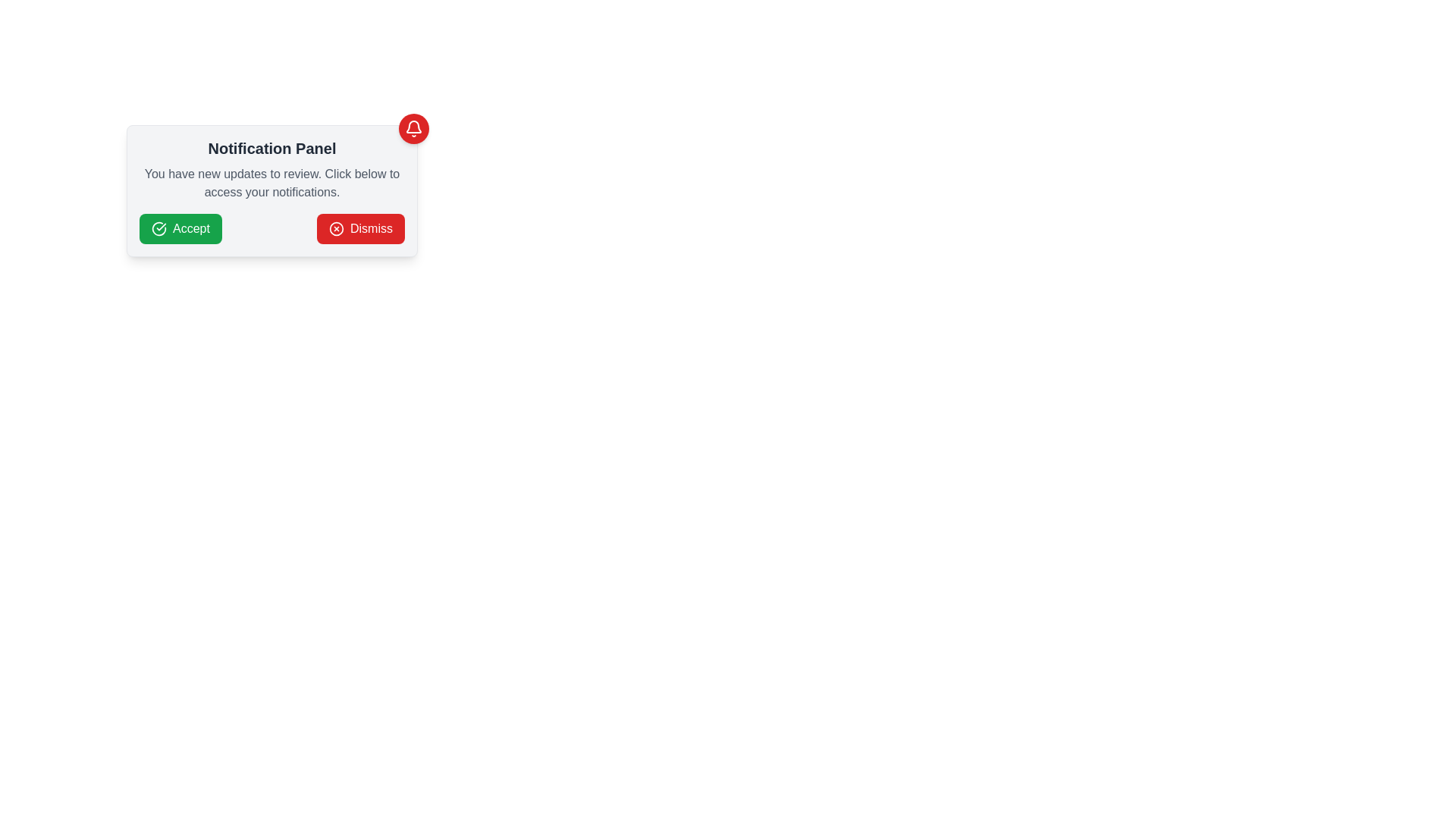  What do you see at coordinates (180, 228) in the screenshot?
I see `the green 'Accept' button with white text and a checkmark icon to confirm the action` at bounding box center [180, 228].